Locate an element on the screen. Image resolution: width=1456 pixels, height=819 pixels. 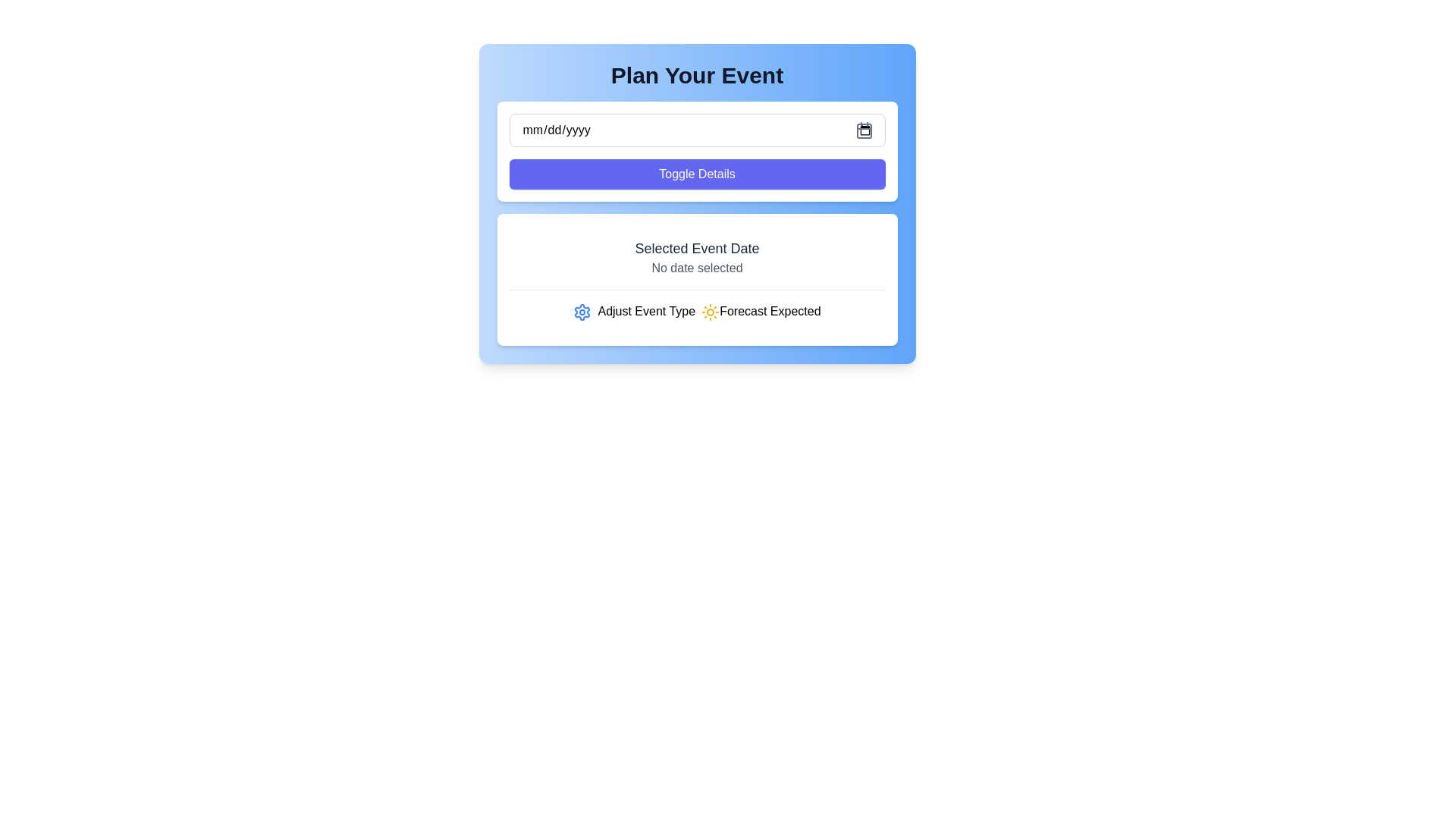
the icons of the label reading 'Adjust Event Type Forecast Expected' to get additional information is located at coordinates (696, 310).